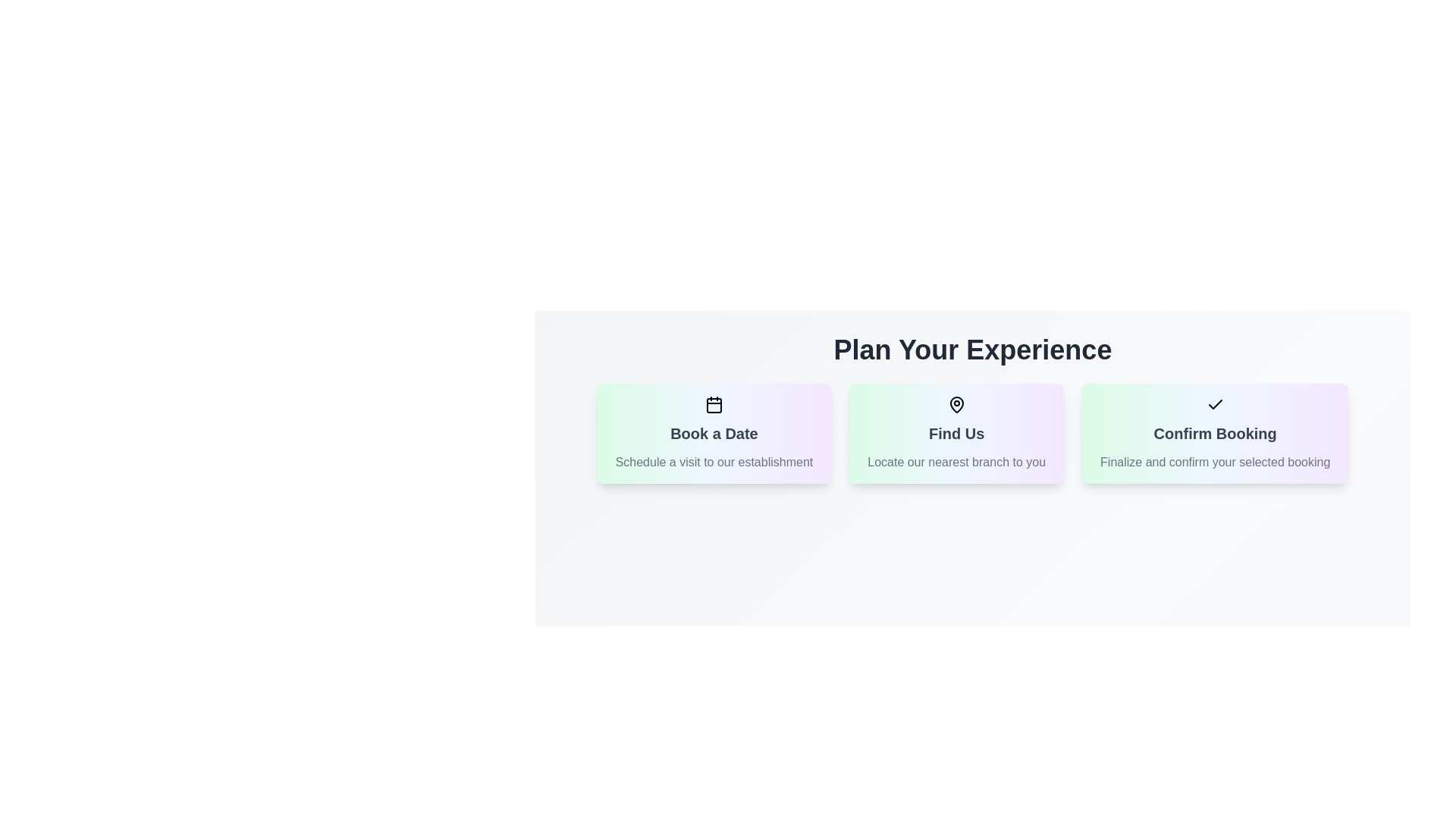  What do you see at coordinates (955, 403) in the screenshot?
I see `the location pin icon, which is visually distinct with its pin-like geometry, located above the text 'Find Us' in the second card labeled 'Find Us'` at bounding box center [955, 403].